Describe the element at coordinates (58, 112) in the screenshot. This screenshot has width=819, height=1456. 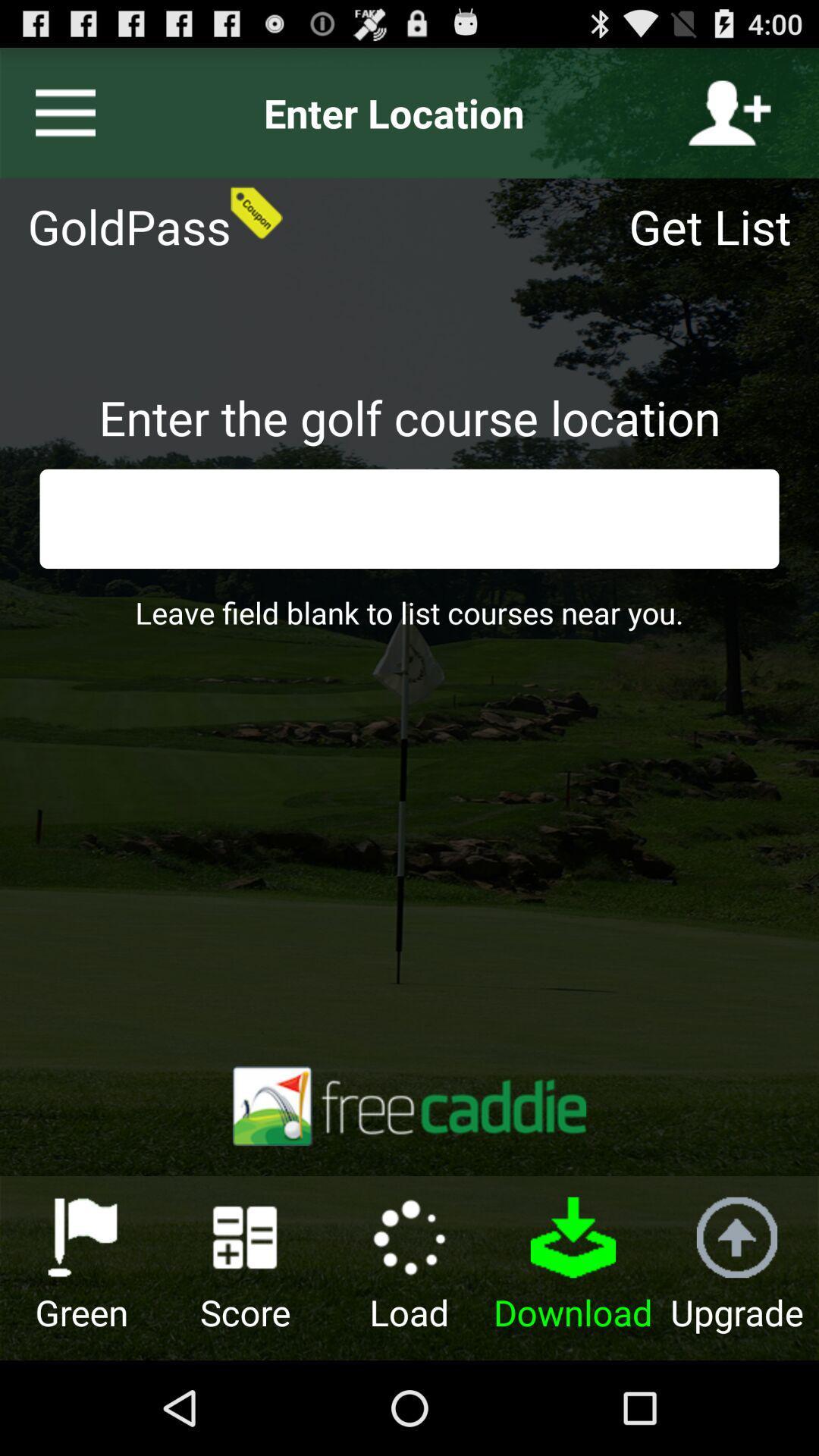
I see `the icon to the left of the enter location item` at that location.